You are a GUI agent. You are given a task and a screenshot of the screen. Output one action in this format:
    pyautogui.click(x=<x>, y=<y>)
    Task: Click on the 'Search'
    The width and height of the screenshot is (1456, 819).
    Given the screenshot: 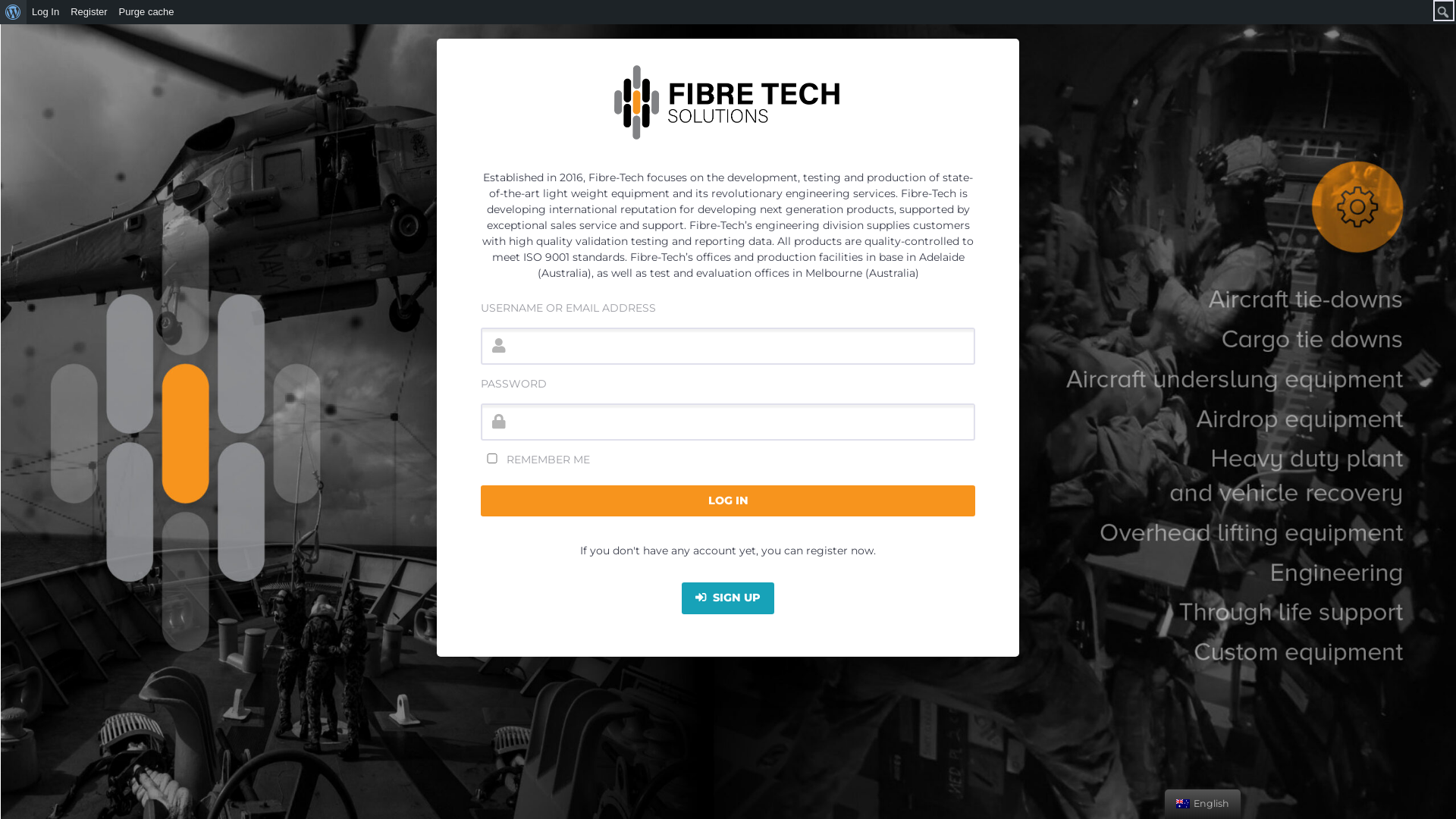 What is the action you would take?
    pyautogui.click(x=15, y=11)
    